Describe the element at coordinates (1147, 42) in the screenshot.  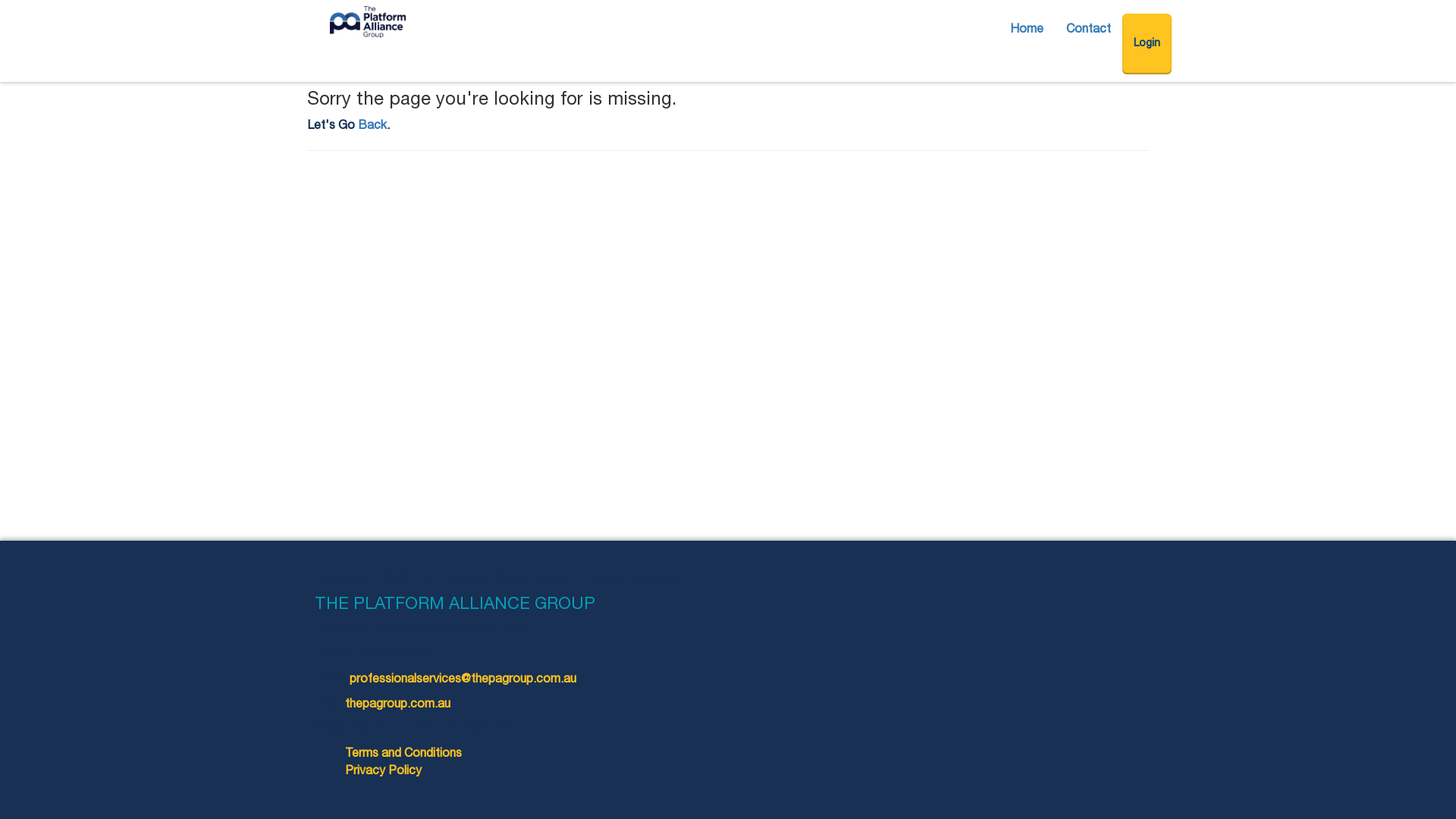
I see `'Login'` at that location.